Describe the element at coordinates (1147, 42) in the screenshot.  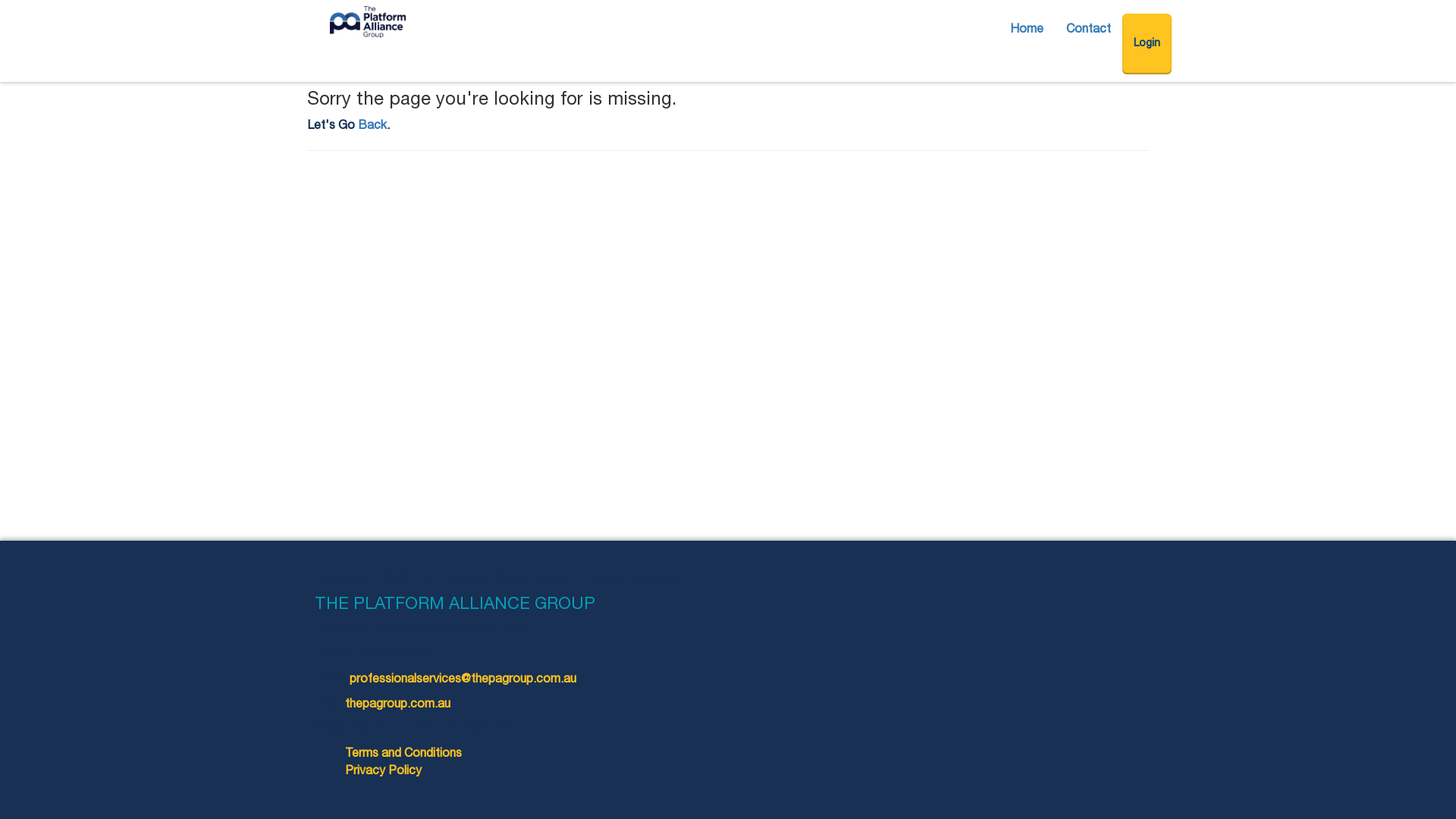
I see `'Login'` at that location.